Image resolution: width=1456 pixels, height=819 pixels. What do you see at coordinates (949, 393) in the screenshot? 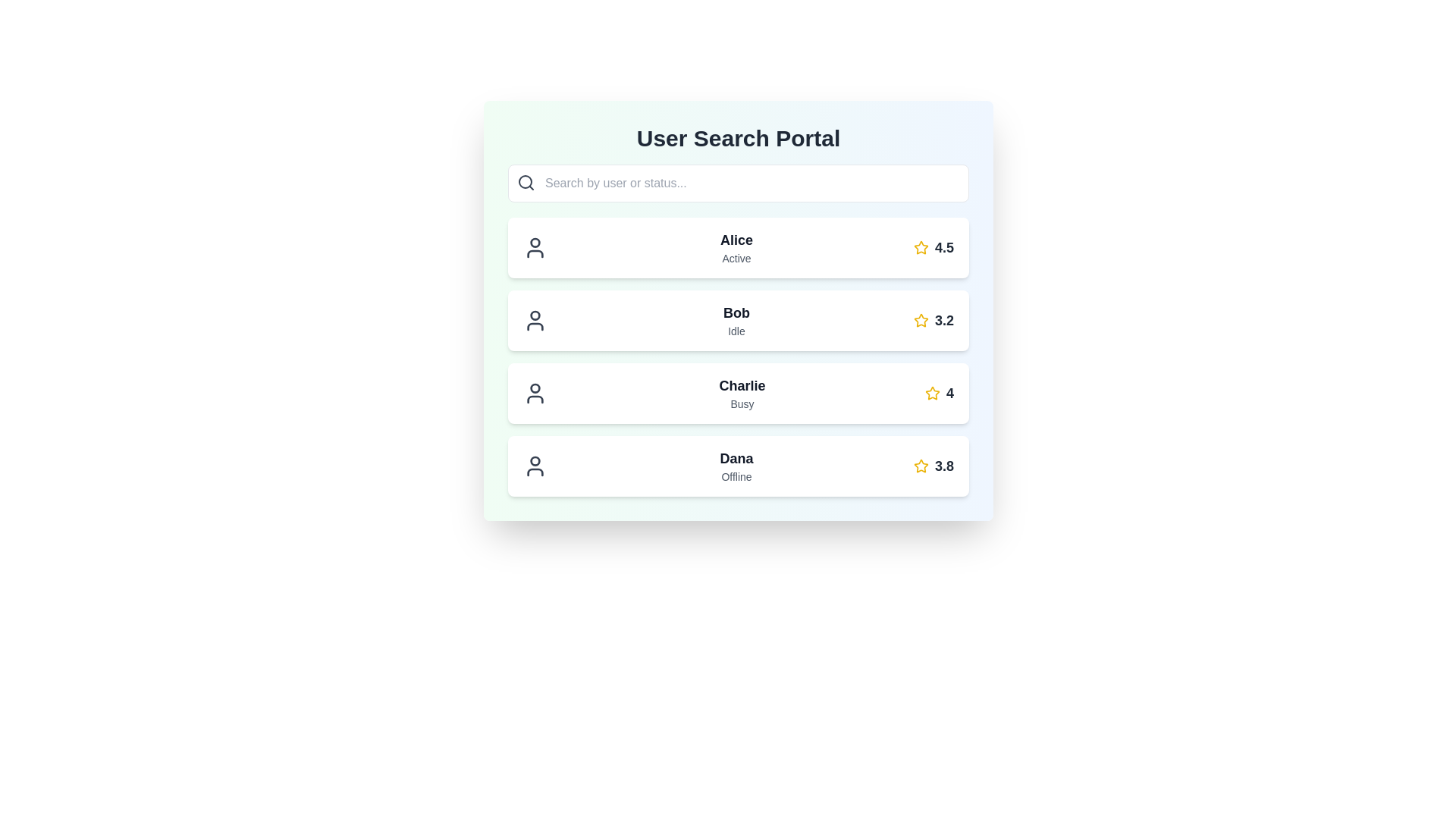
I see `the numerical rating value element associated with user 'Charlie' located in the third row of the user list interface, positioned to the right of the yellow star icon` at bounding box center [949, 393].